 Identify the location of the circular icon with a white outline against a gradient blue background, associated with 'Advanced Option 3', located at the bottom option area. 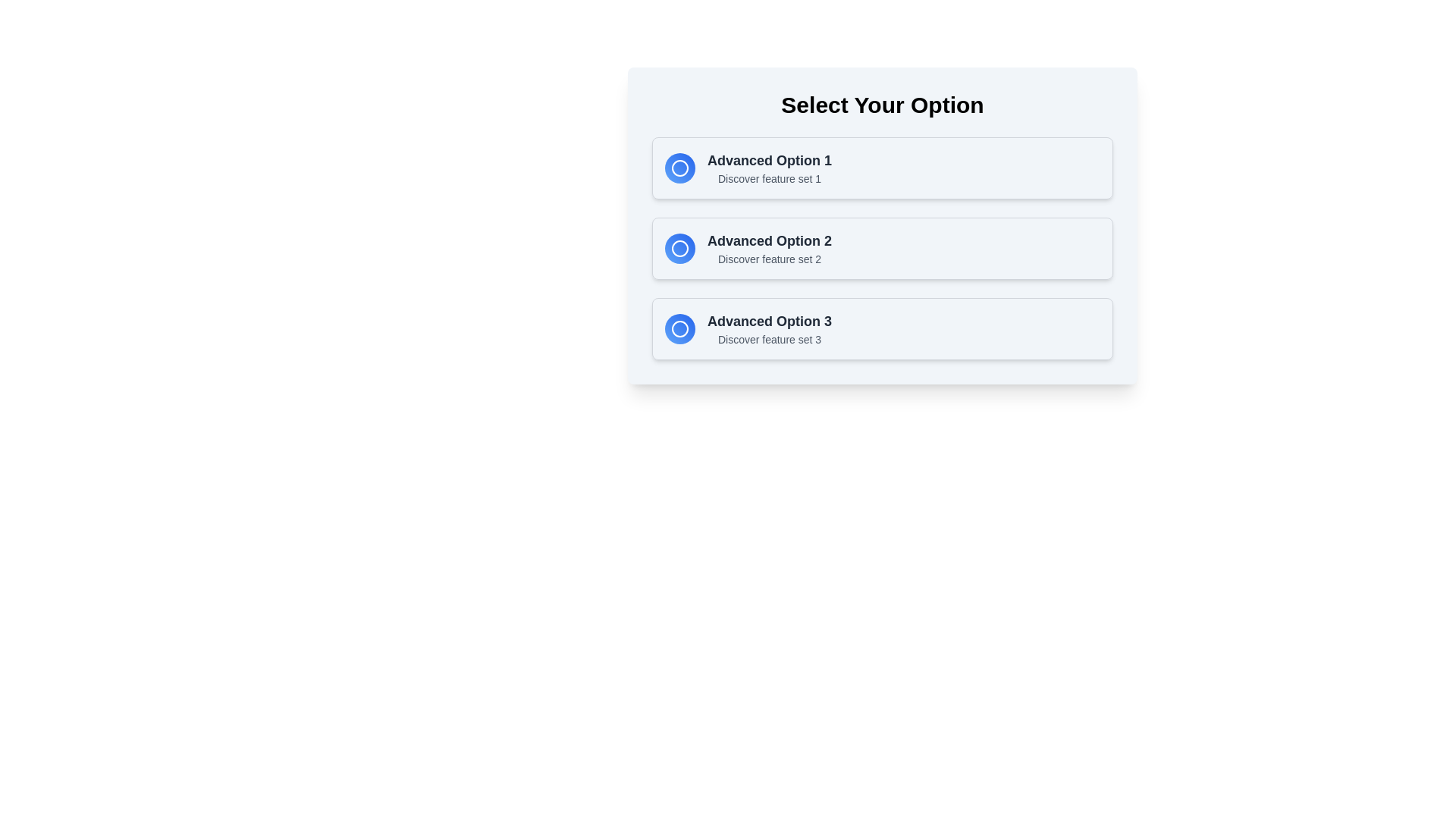
(679, 328).